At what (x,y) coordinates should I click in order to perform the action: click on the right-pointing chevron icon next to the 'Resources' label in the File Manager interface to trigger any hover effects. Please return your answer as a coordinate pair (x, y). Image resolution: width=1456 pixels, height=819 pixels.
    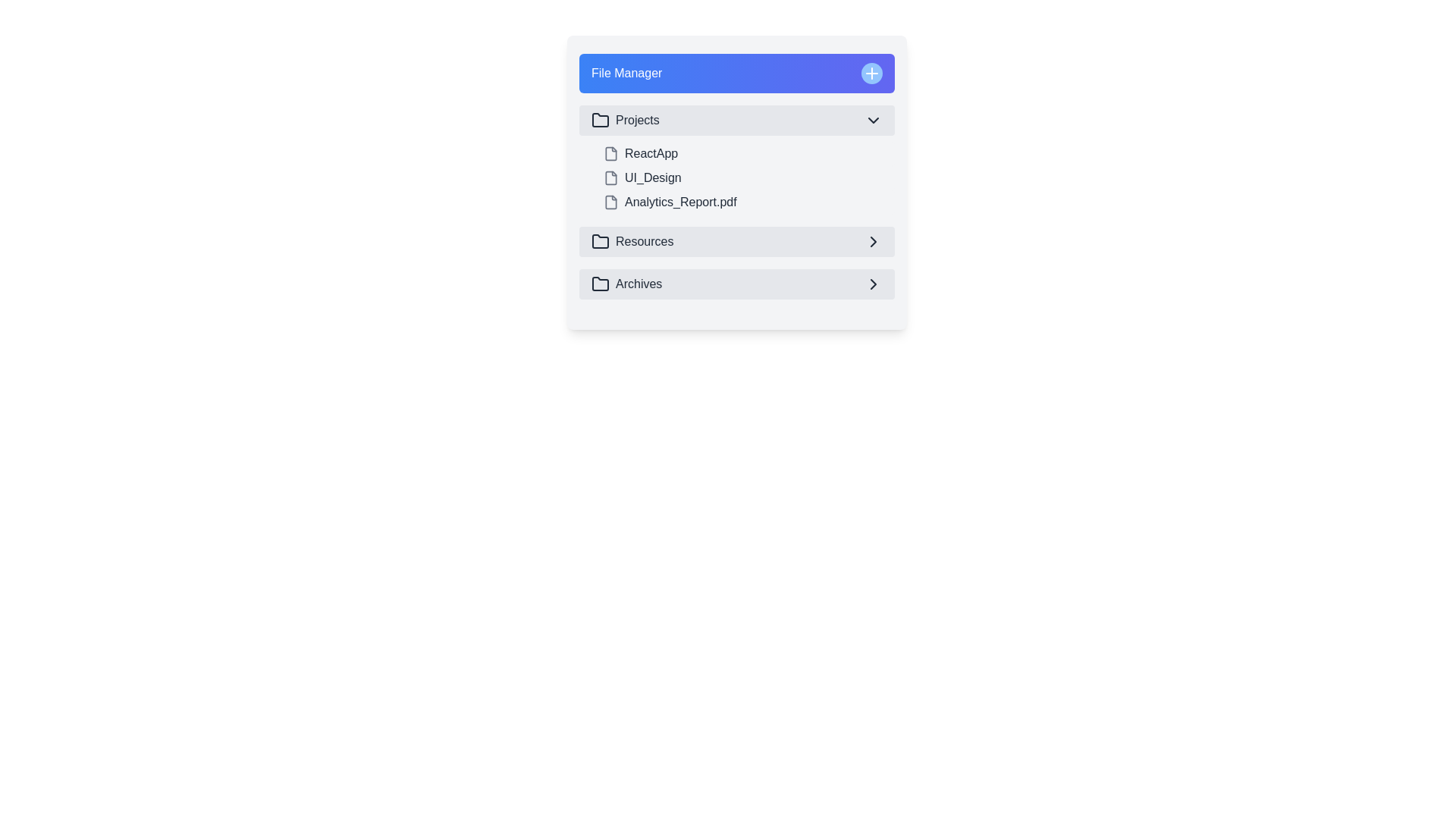
    Looking at the image, I should click on (874, 241).